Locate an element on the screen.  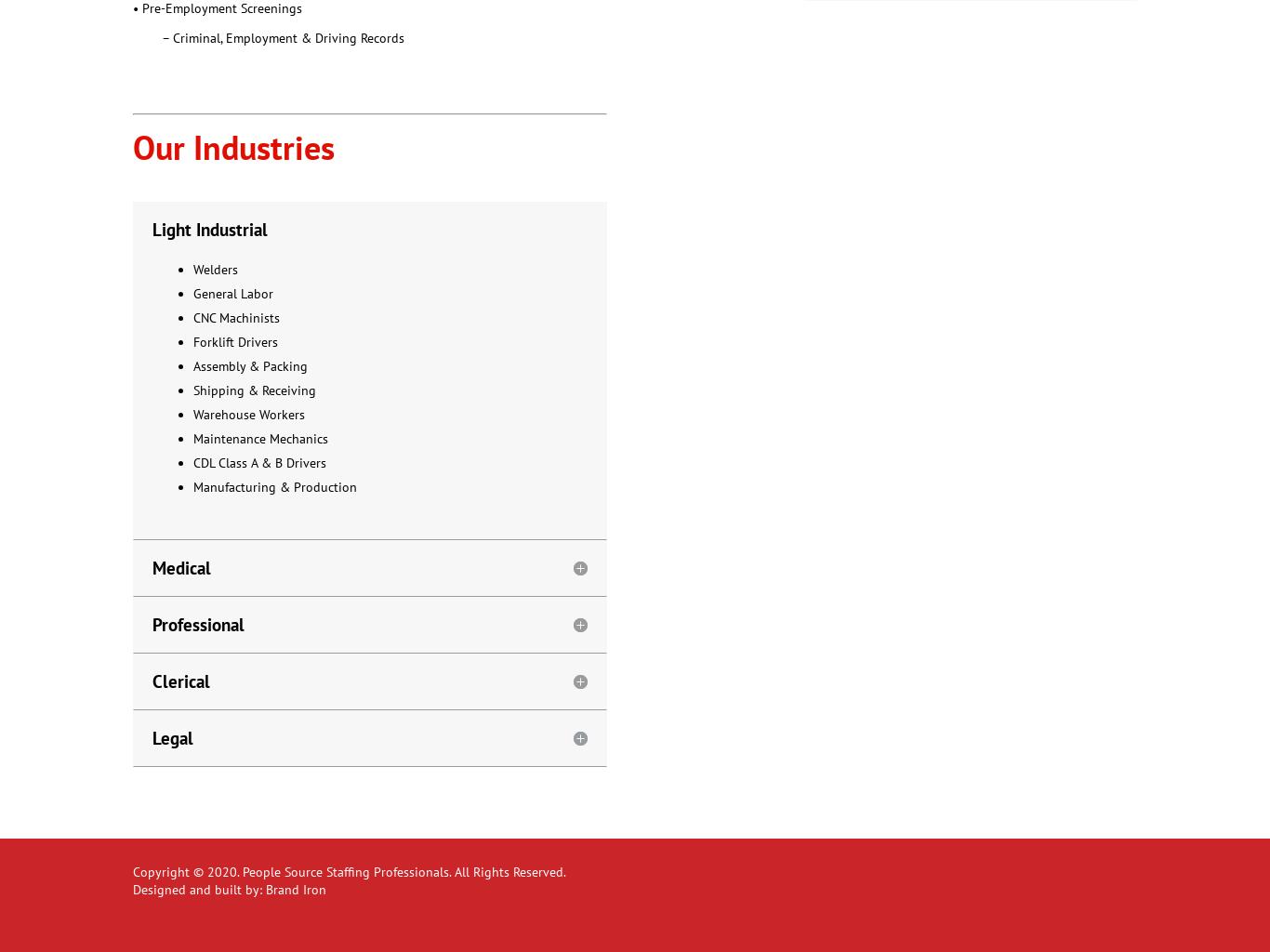
'Maintenance Mechanics' is located at coordinates (260, 437).